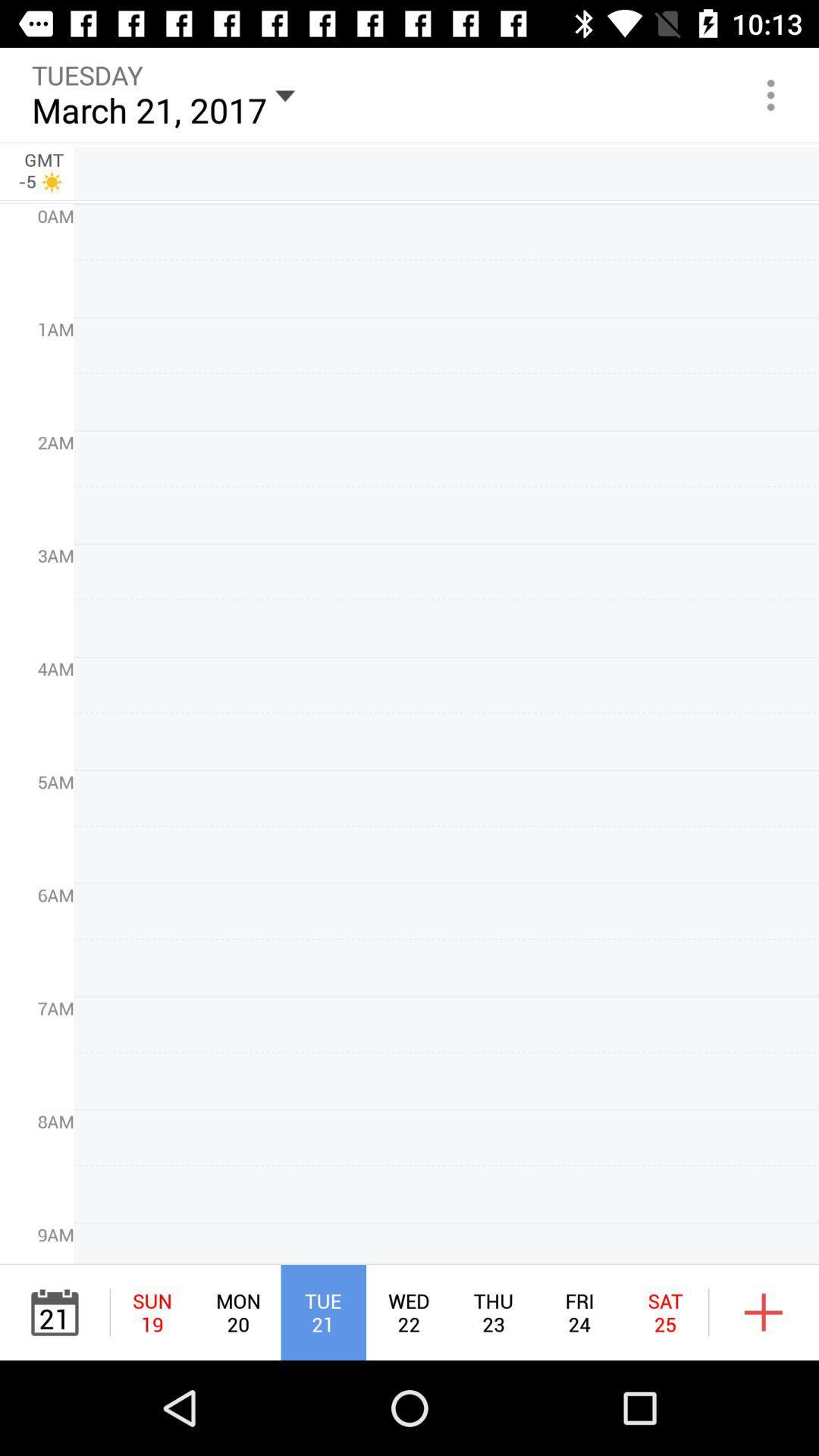 This screenshot has width=819, height=1456. I want to click on the more icon, so click(771, 94).